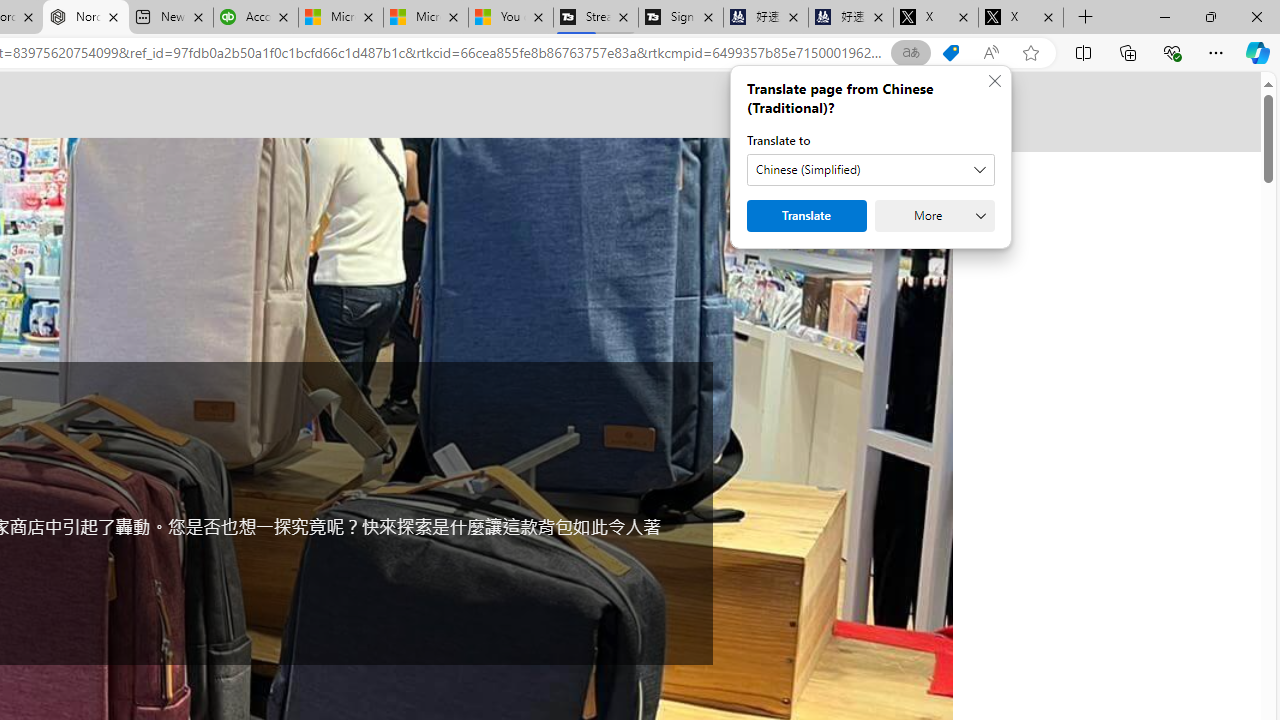 This screenshot has width=1280, height=720. I want to click on 'Accounting Software for Accountants, CPAs and Bookkeepers', so click(255, 17).